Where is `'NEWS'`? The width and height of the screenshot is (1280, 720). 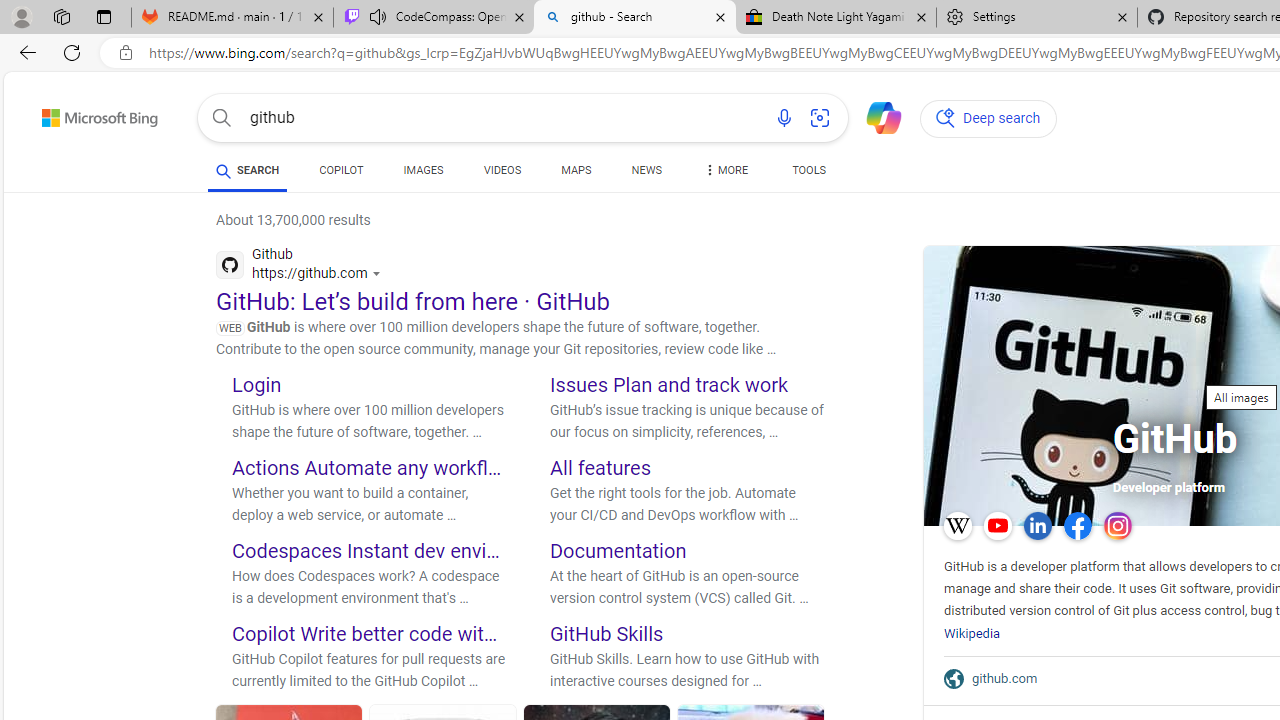 'NEWS' is located at coordinates (646, 172).